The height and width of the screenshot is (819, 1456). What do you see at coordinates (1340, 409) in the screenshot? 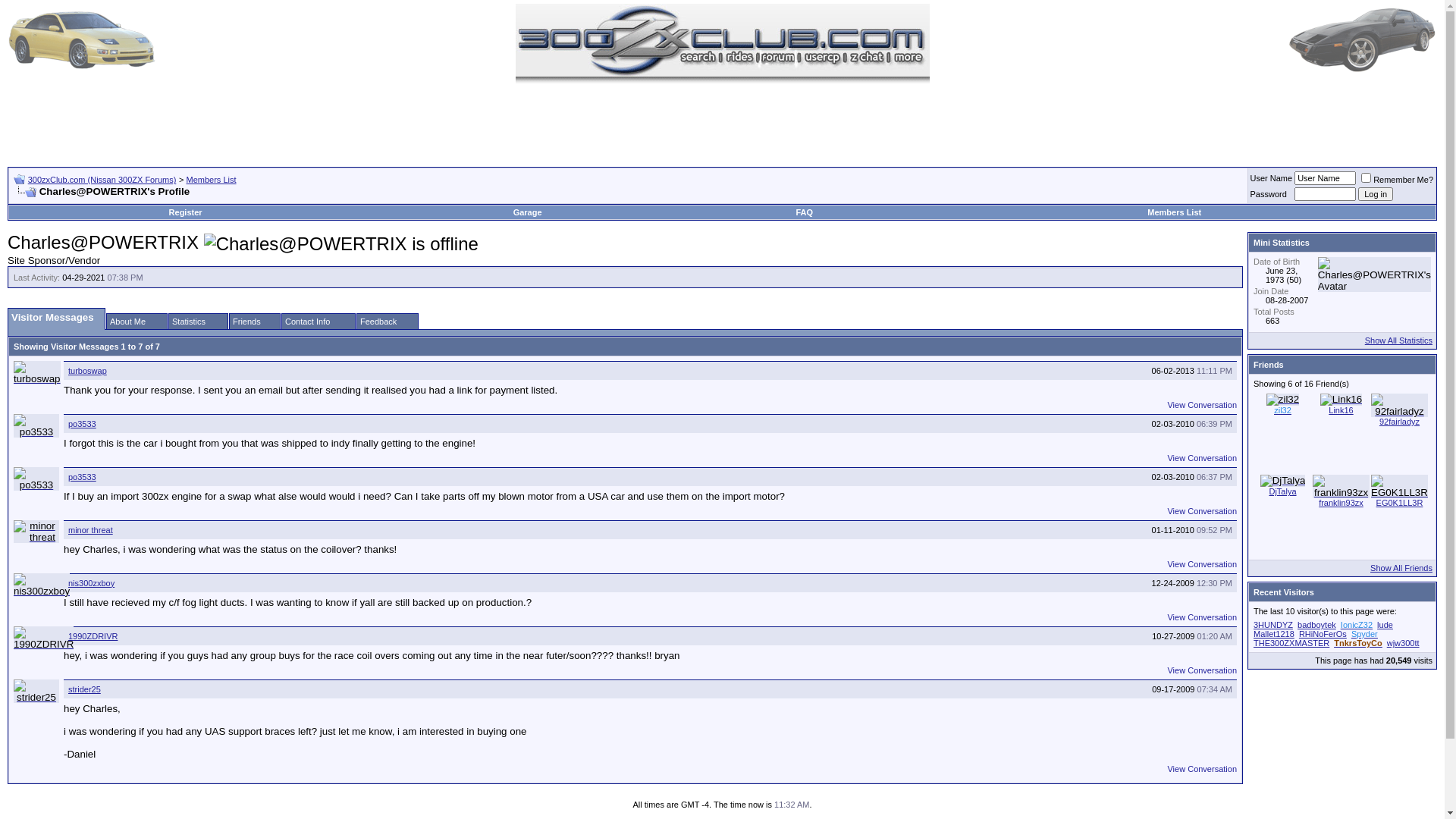
I see `'Link16'` at bounding box center [1340, 409].